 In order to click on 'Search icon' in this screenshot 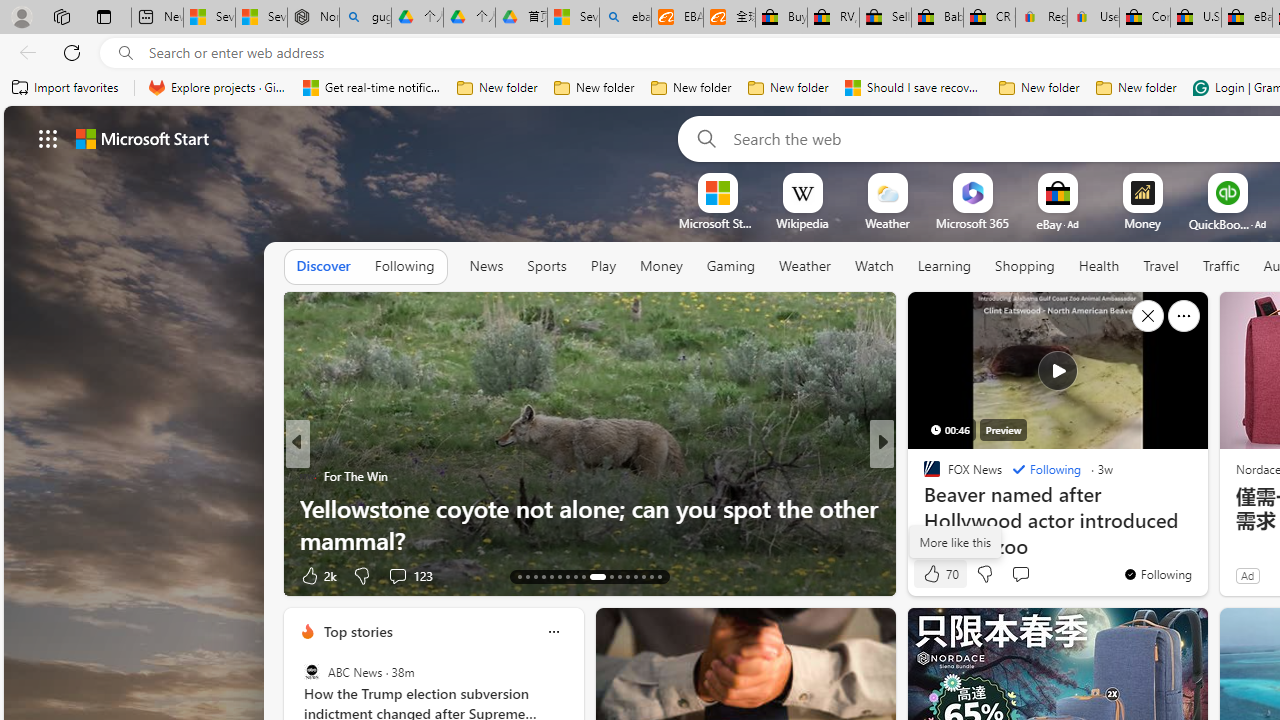, I will do `click(125, 52)`.